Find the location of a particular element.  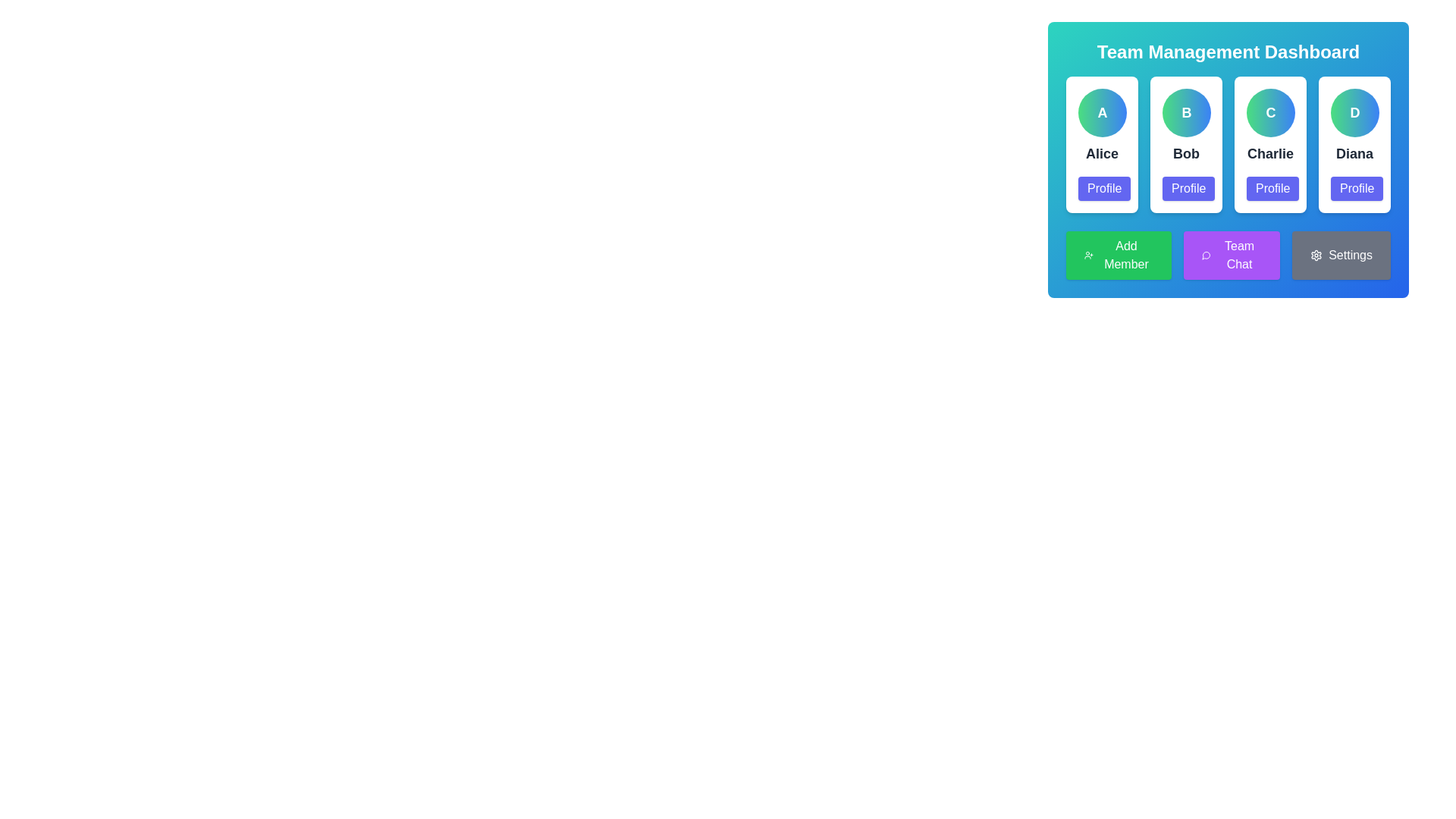

the 'Settings' icon located in the bottom-right part of the dashboard interface is located at coordinates (1316, 254).